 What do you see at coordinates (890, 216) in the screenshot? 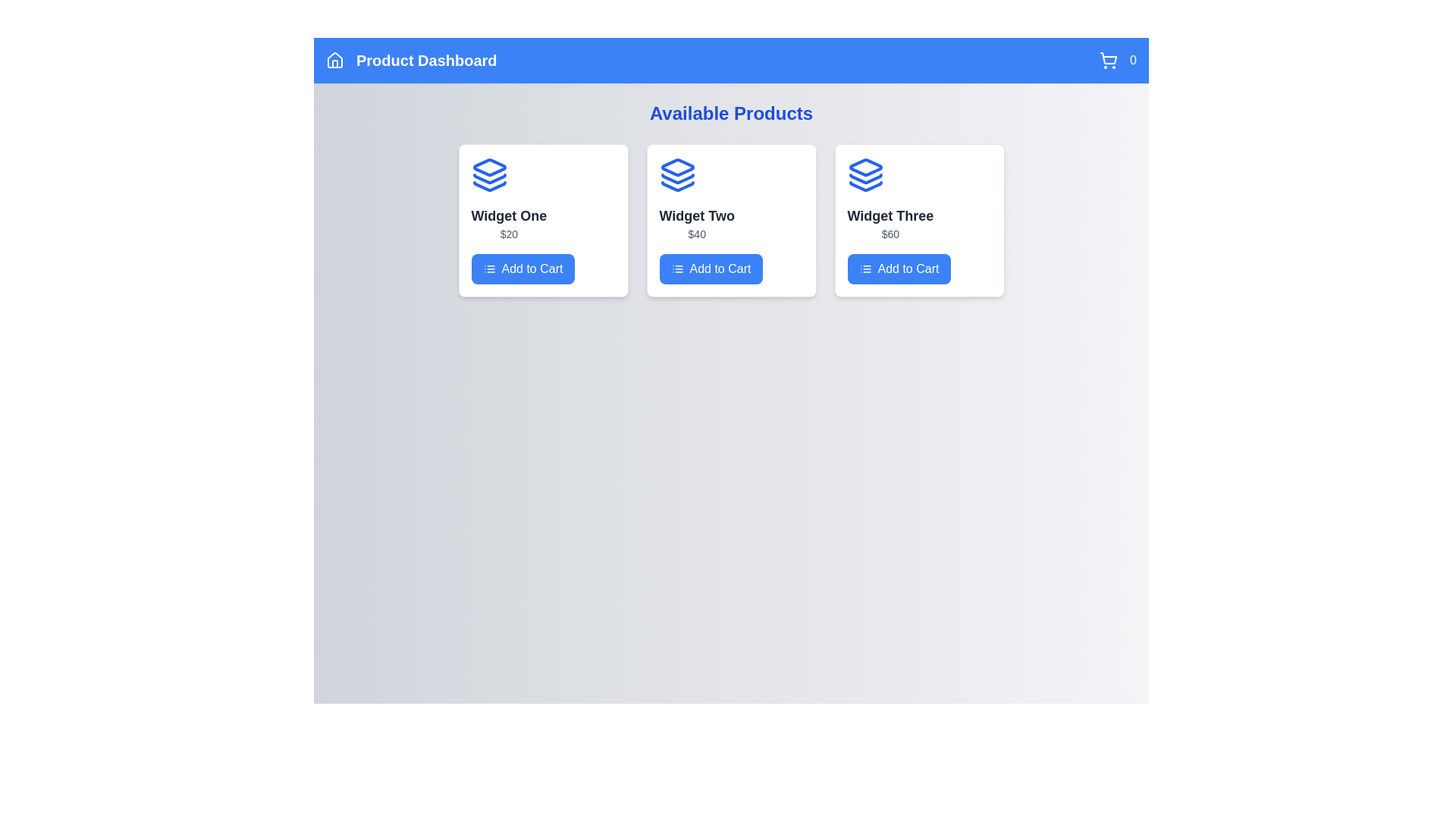
I see `the text label displaying 'Widget Three' which is styled in bold, large font and dark gray color, located at the top center of the third product card` at bounding box center [890, 216].